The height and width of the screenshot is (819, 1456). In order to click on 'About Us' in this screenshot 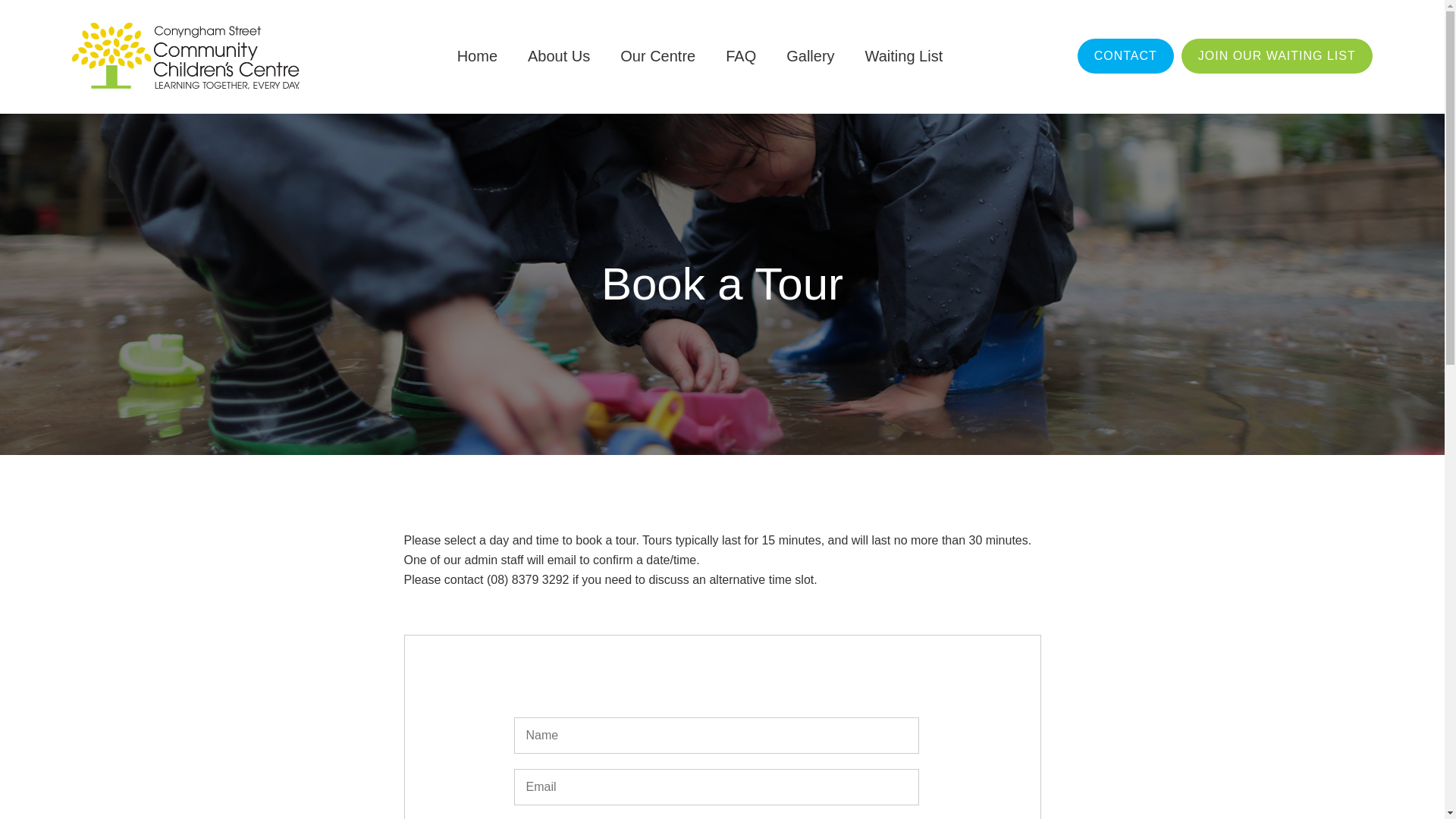, I will do `click(558, 55)`.